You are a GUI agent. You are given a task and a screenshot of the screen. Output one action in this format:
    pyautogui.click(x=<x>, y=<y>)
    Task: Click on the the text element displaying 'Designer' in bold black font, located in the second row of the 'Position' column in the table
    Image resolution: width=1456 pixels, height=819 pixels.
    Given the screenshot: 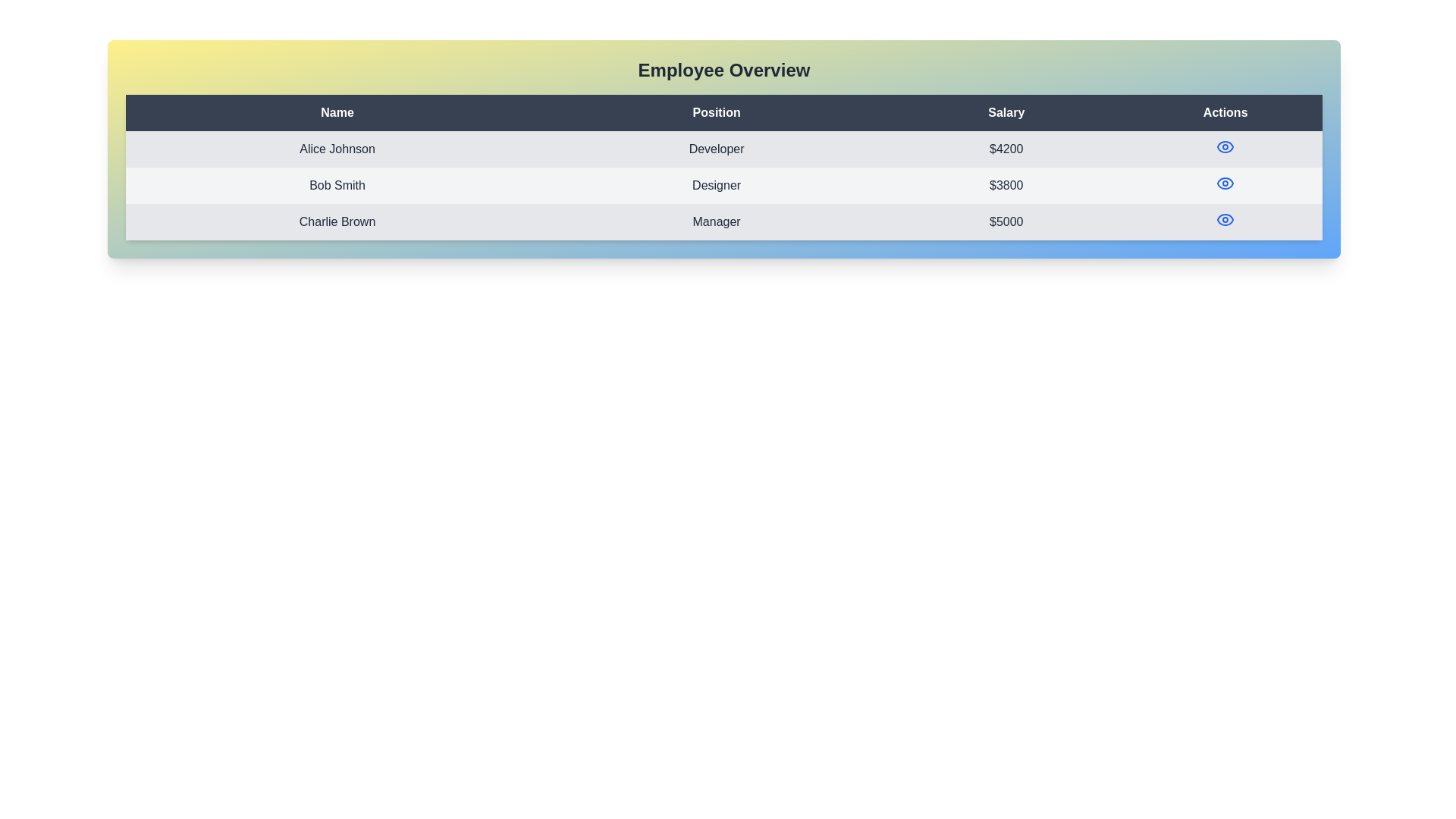 What is the action you would take?
    pyautogui.click(x=716, y=185)
    